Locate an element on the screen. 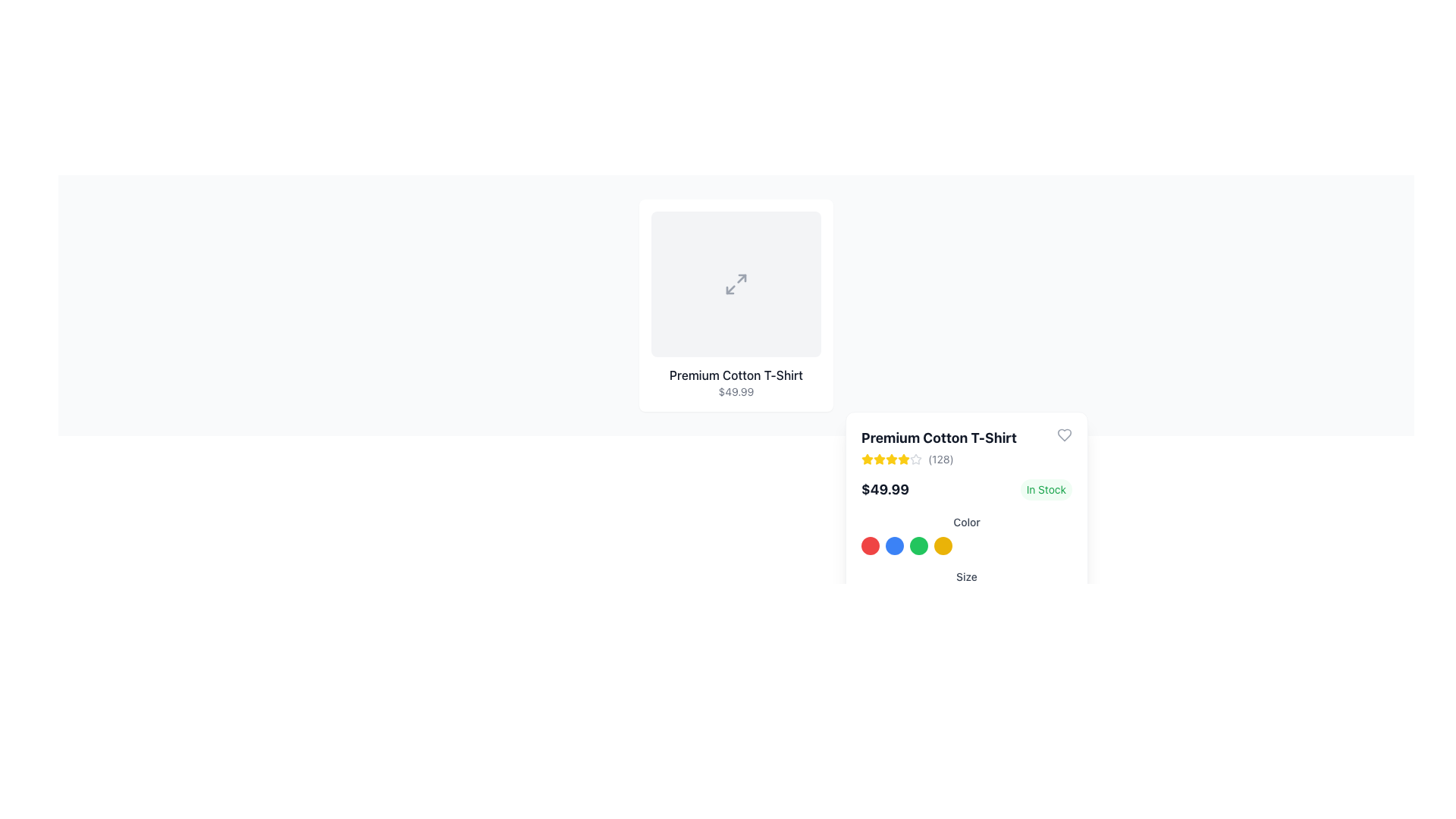 The width and height of the screenshot is (1456, 819). the heart icon outlined in gray at the top right corner of the product information card is located at coordinates (1063, 435).